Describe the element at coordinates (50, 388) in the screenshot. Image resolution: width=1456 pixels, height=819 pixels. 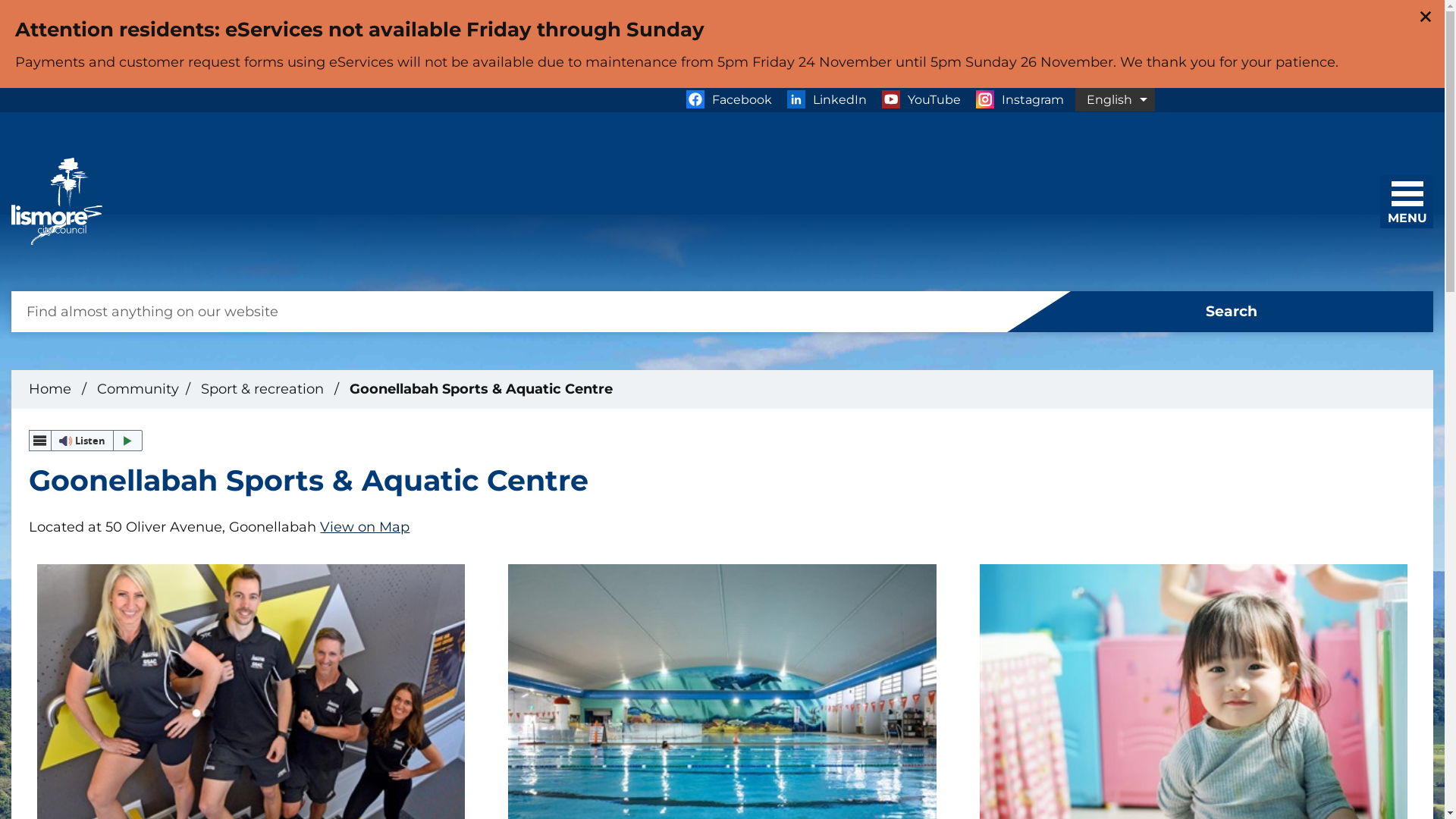
I see `'Home'` at that location.